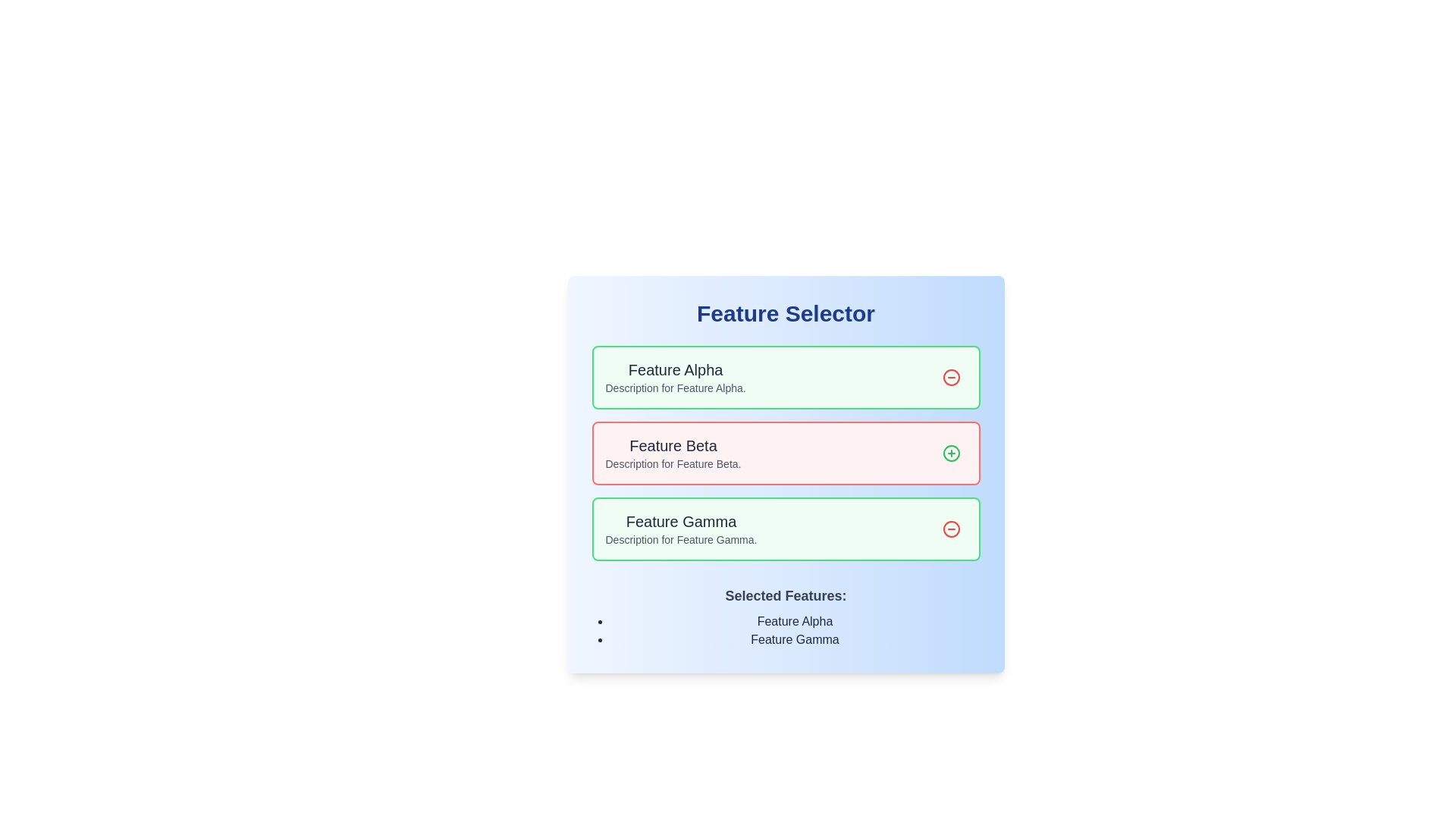  Describe the element at coordinates (673, 444) in the screenshot. I see `the text label displaying 'Feature Beta', which is styled with a gray font and is positioned centrally within the 'Feature Beta' section of the feature list` at that location.